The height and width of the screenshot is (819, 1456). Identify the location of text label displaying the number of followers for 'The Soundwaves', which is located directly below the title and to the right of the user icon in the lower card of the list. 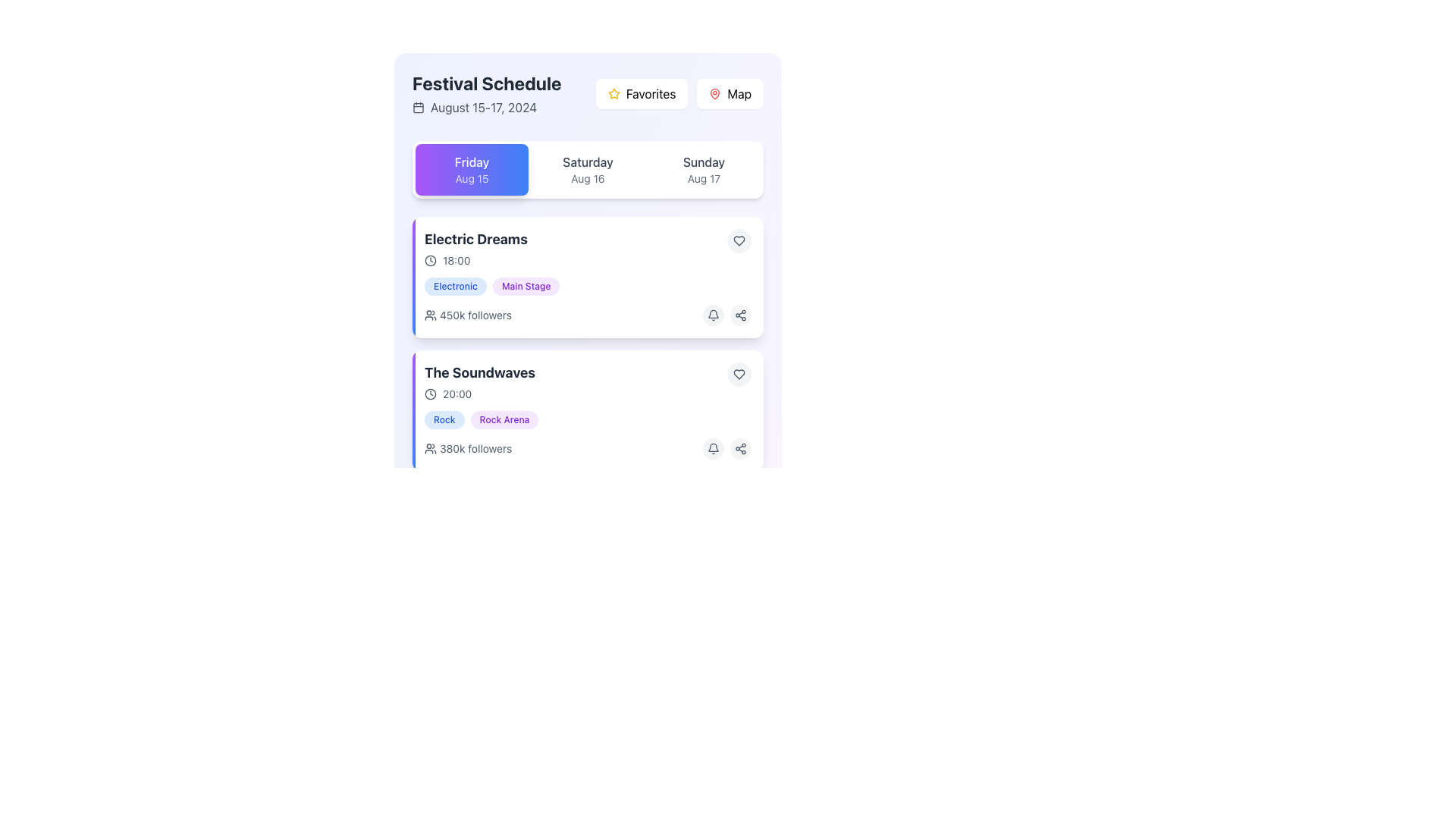
(475, 447).